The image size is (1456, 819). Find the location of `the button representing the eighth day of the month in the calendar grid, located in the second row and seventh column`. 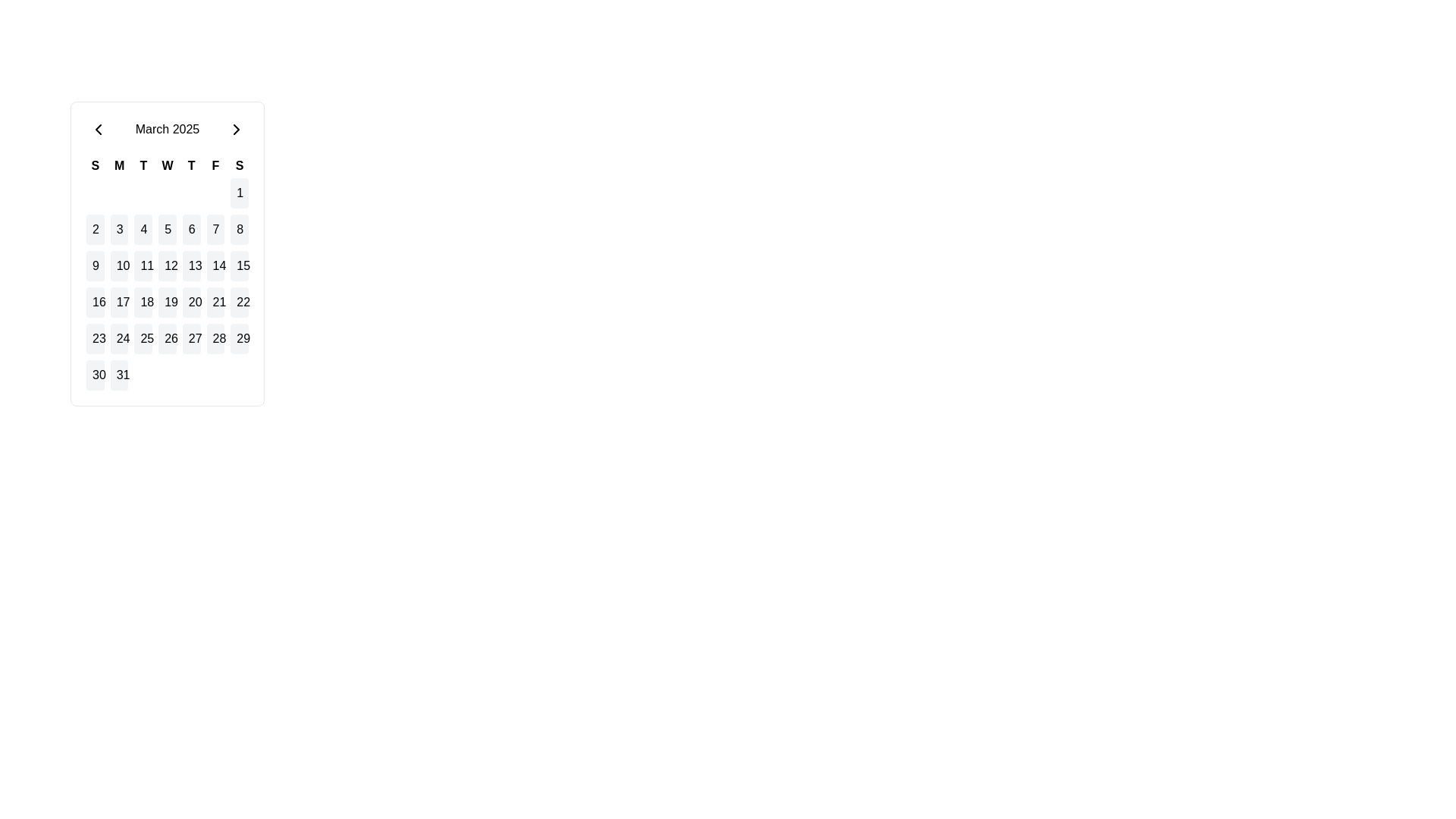

the button representing the eighth day of the month in the calendar grid, located in the second row and seventh column is located at coordinates (239, 230).